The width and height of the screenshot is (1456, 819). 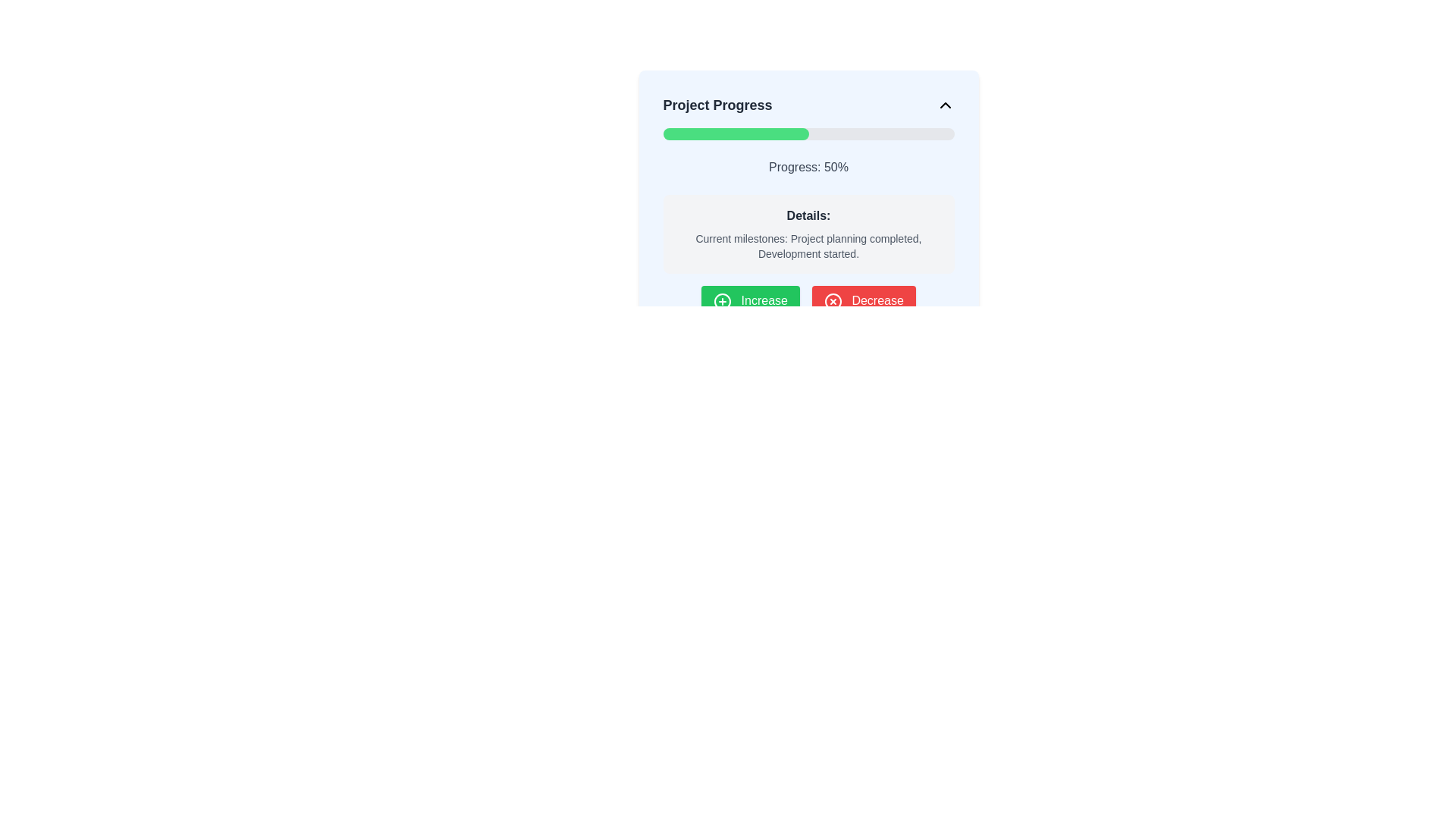 What do you see at coordinates (833, 301) in the screenshot?
I see `the circular icon with a red border and white 'X' inside, located within the 'Decrease' button to the left of the text 'Decrease', at the bottom-right of the 'Project Progress' card` at bounding box center [833, 301].